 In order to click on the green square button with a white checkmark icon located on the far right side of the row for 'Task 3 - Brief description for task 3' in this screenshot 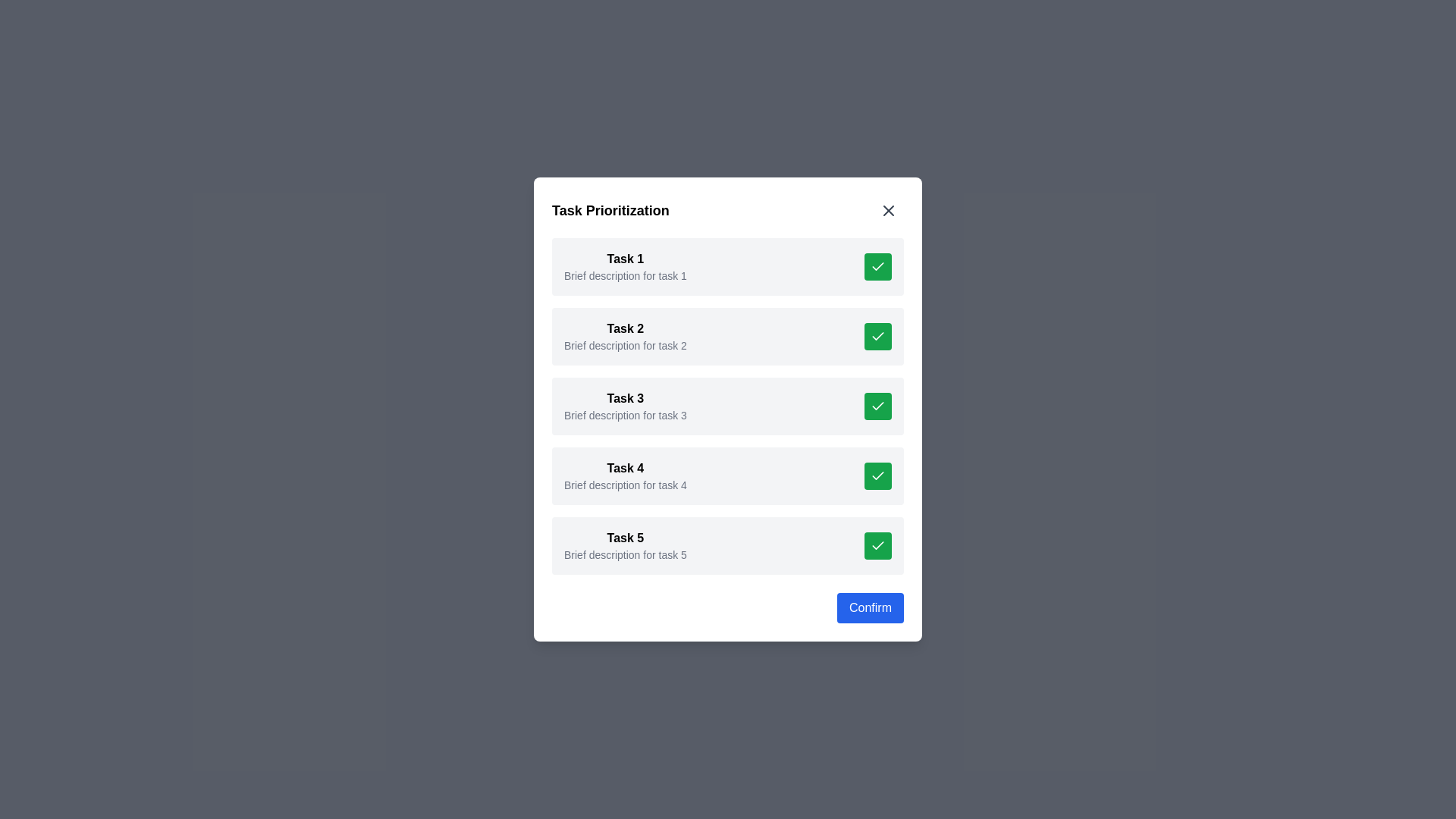, I will do `click(877, 406)`.